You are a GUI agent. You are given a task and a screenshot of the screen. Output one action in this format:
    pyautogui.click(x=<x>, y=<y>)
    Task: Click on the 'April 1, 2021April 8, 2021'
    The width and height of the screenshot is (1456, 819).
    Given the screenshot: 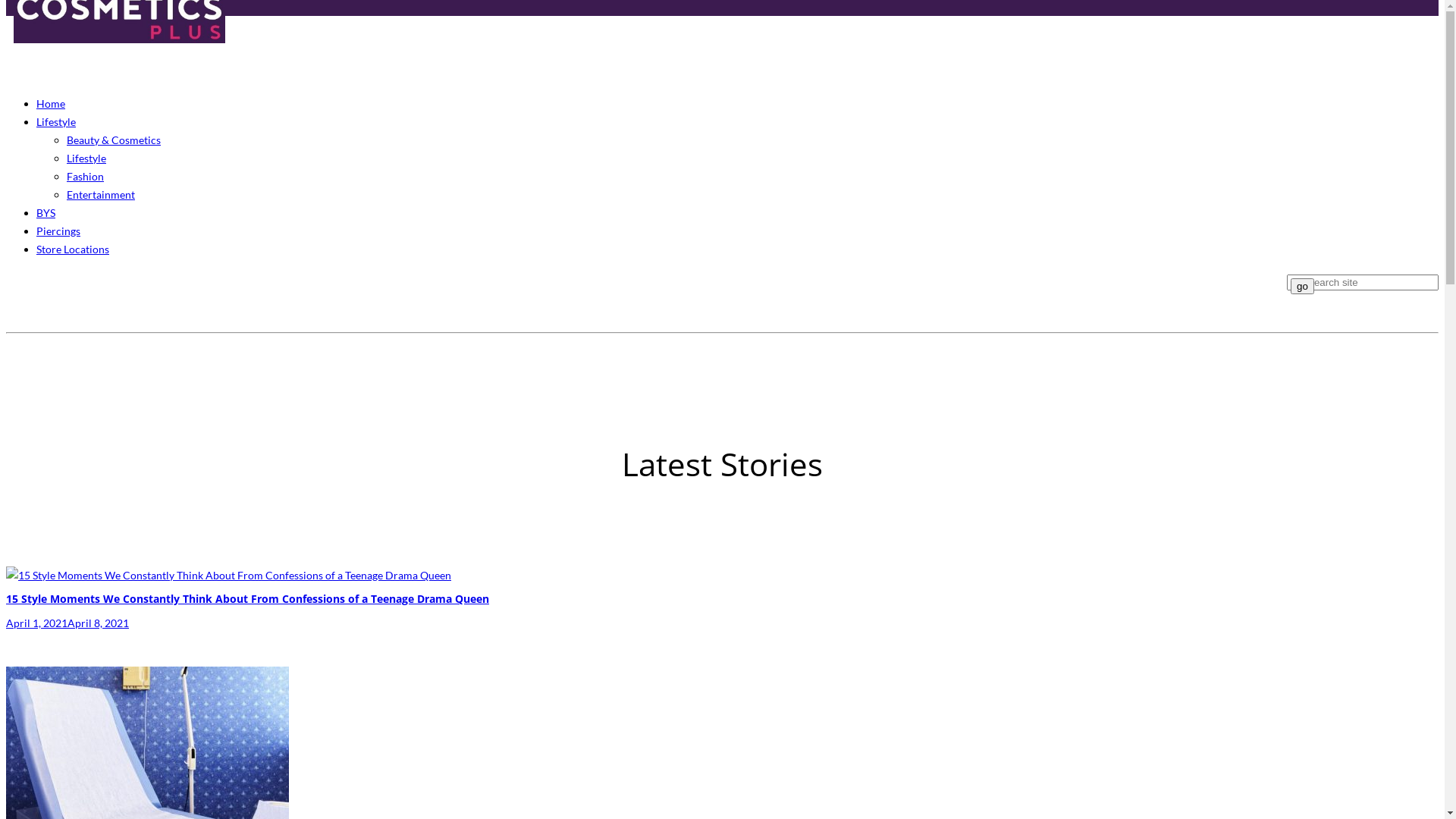 What is the action you would take?
    pyautogui.click(x=67, y=623)
    